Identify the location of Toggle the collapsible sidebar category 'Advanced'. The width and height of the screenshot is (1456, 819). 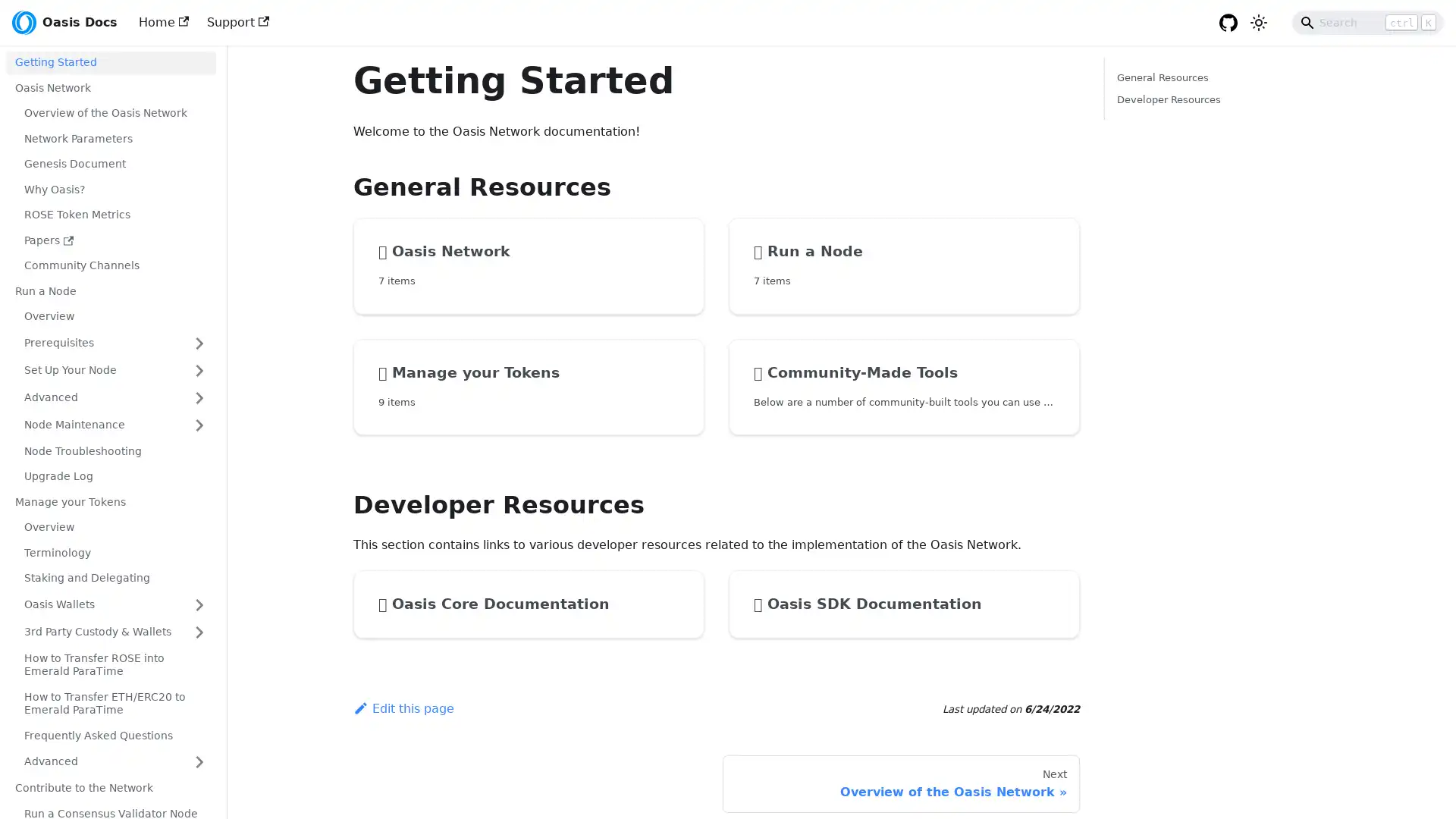
(199, 397).